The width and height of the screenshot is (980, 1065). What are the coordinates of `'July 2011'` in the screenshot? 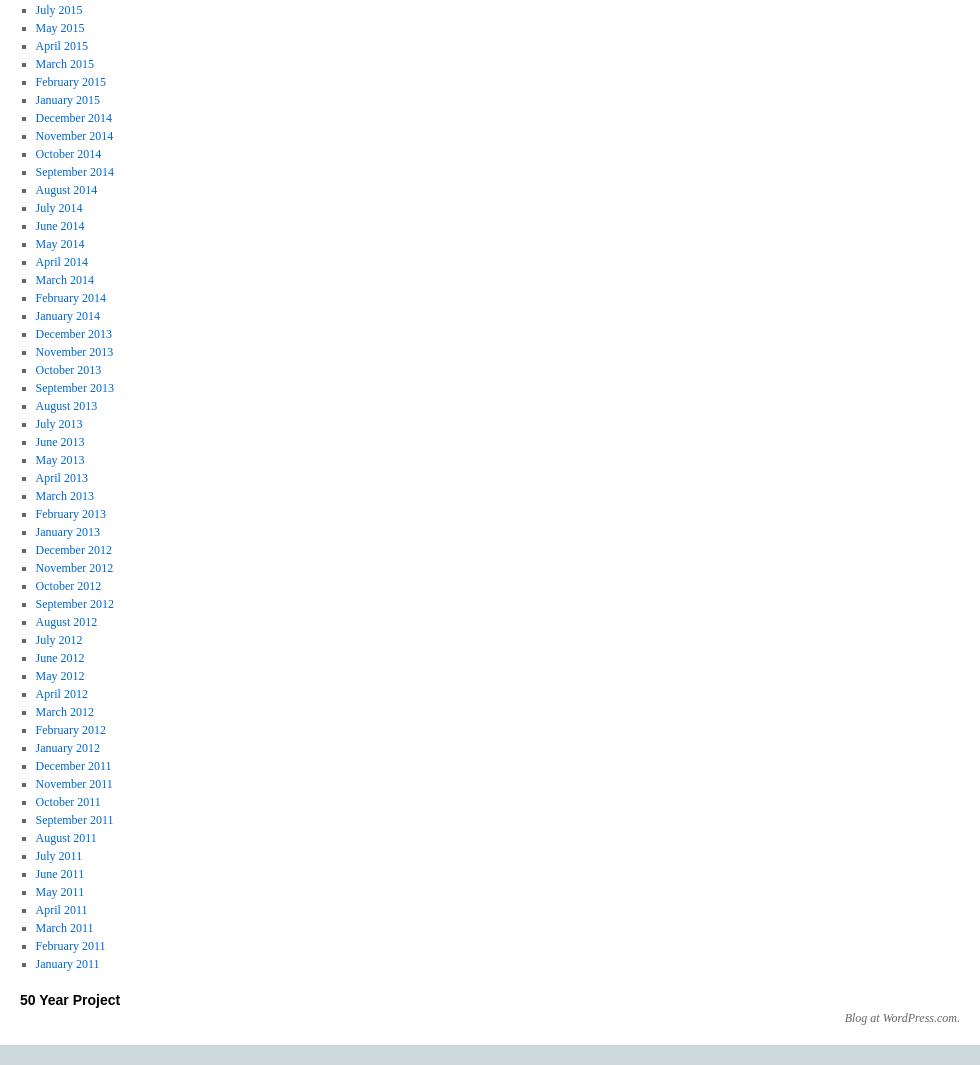 It's located at (58, 856).